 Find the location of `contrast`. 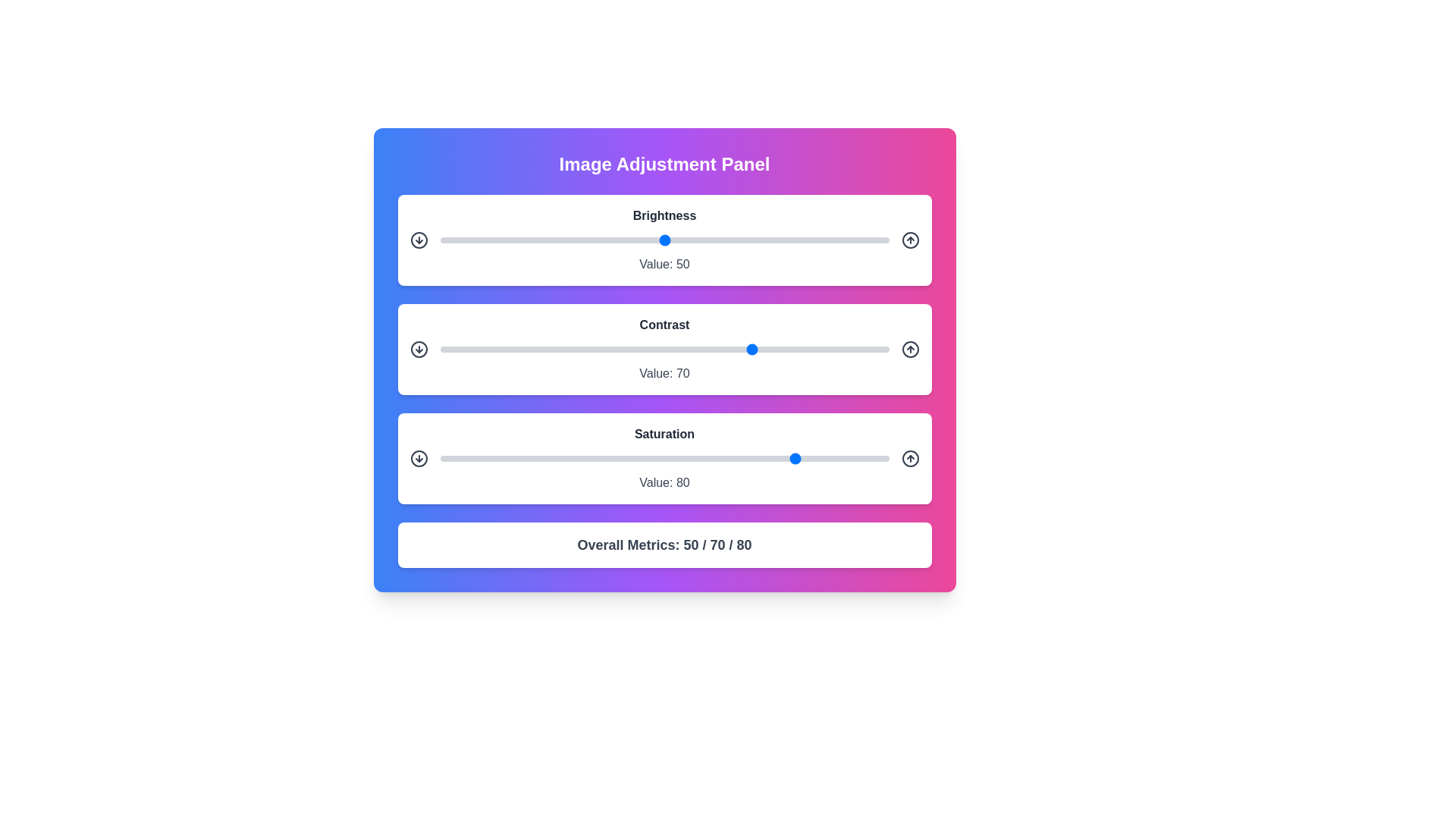

contrast is located at coordinates (853, 350).